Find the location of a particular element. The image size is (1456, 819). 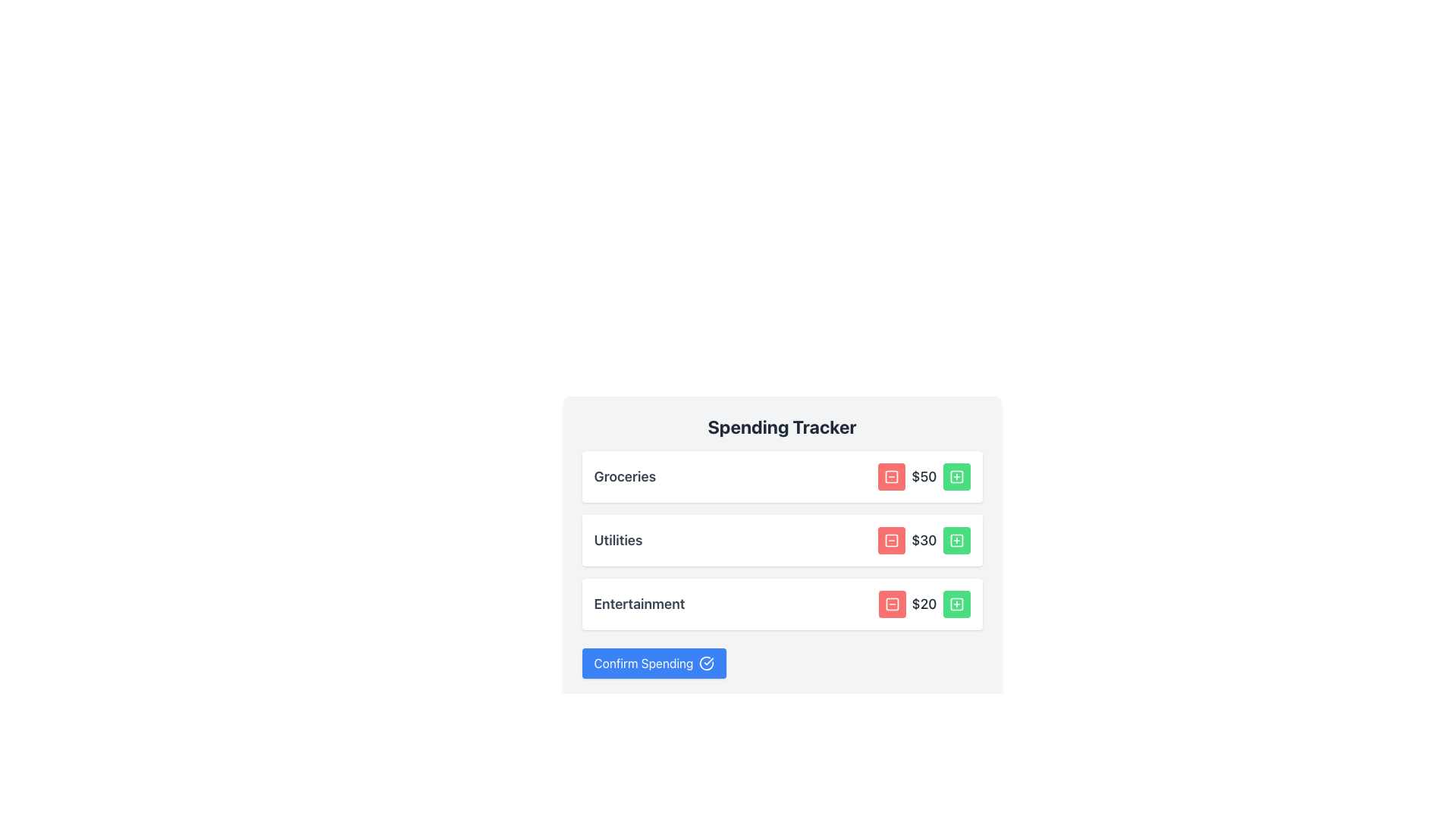

the non-interactive text label displaying the current monetary value of the 'Utilities' category in the 'Spending Tracker' interface, which shows '$30' is located at coordinates (923, 540).